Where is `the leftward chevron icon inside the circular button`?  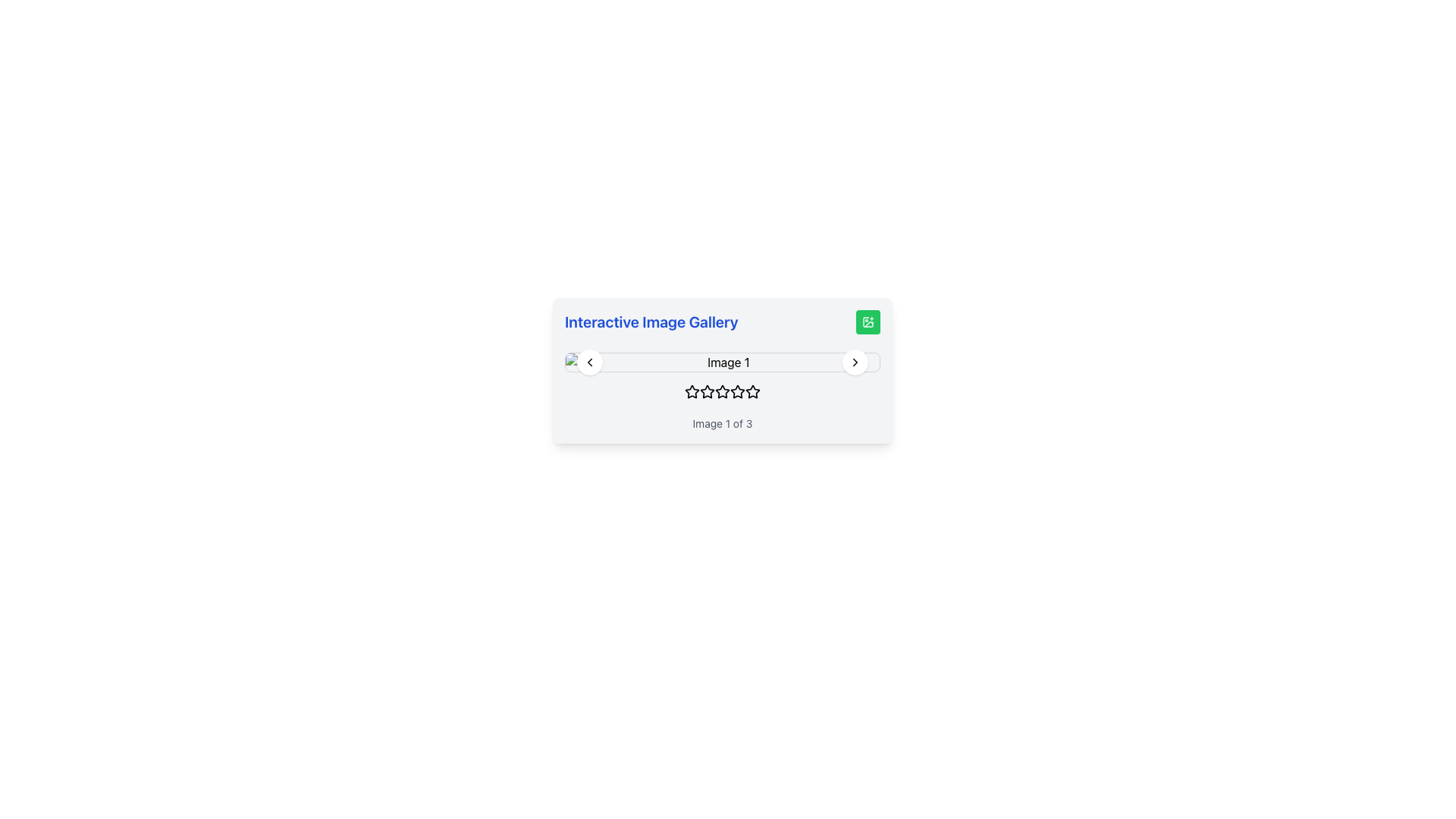
the leftward chevron icon inside the circular button is located at coordinates (588, 362).